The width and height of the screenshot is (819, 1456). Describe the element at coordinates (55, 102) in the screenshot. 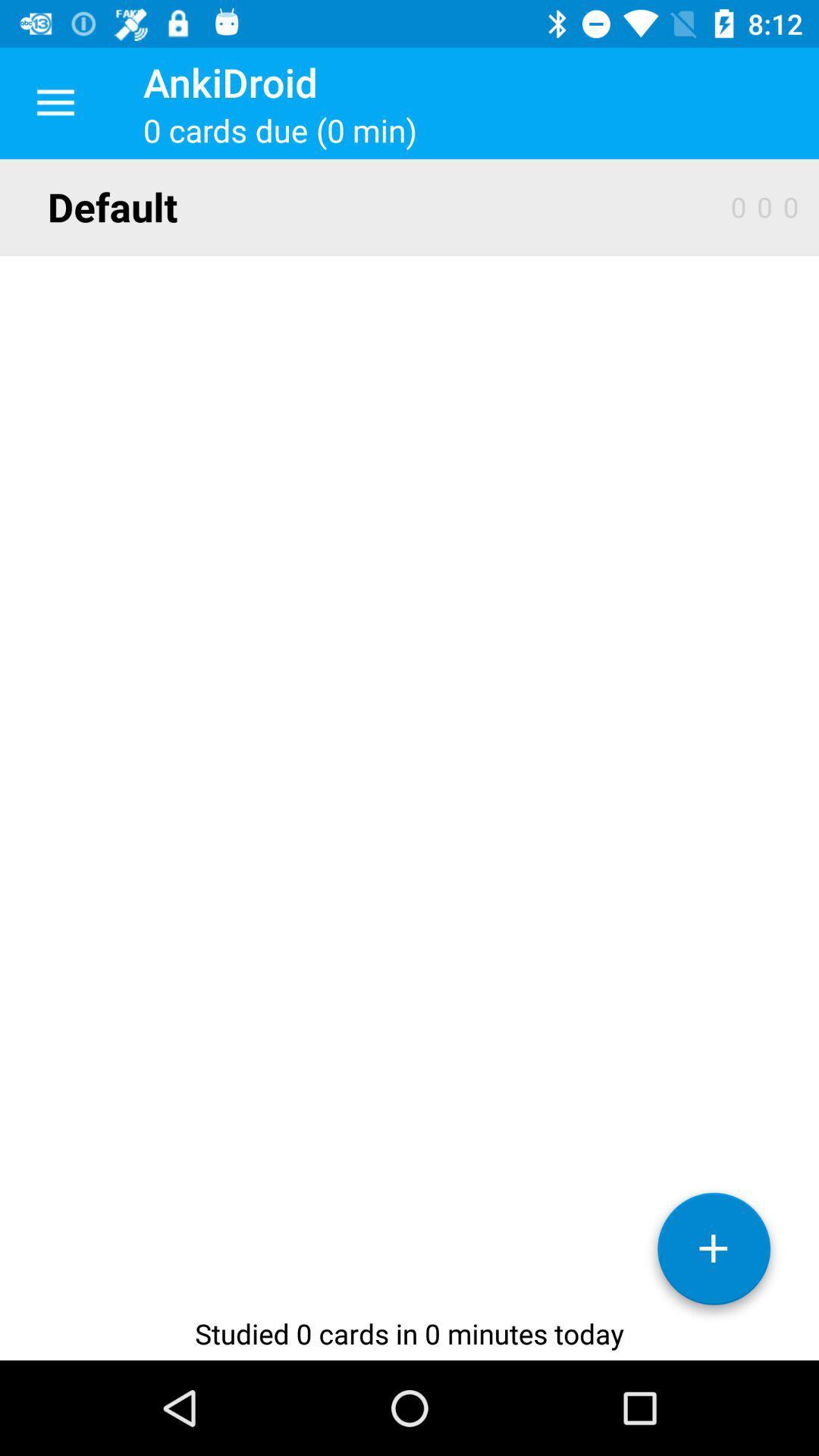

I see `the icon to the left of ankidroid` at that location.